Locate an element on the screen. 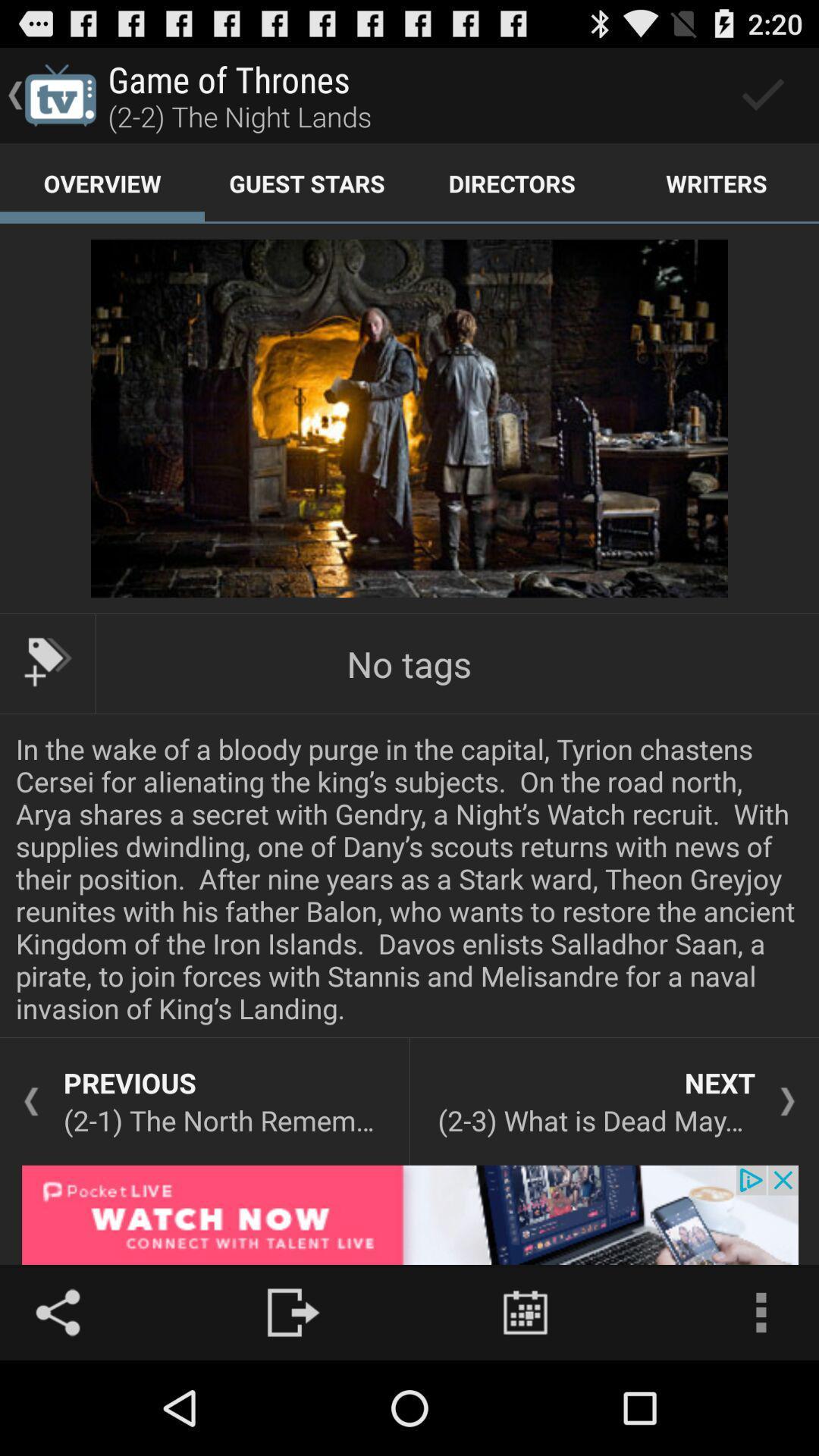  tags is located at coordinates (46, 662).